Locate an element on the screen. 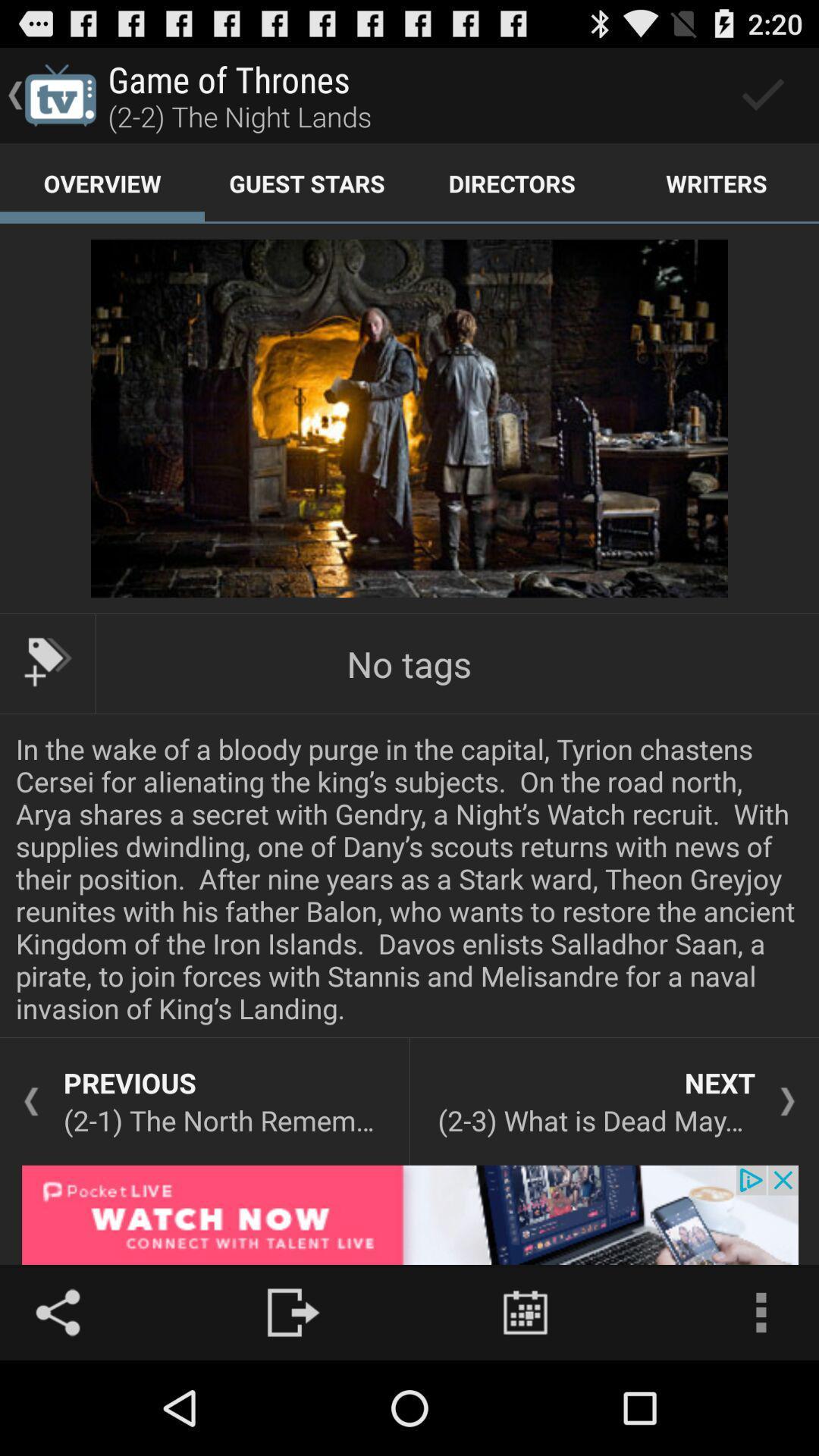  tags is located at coordinates (46, 662).